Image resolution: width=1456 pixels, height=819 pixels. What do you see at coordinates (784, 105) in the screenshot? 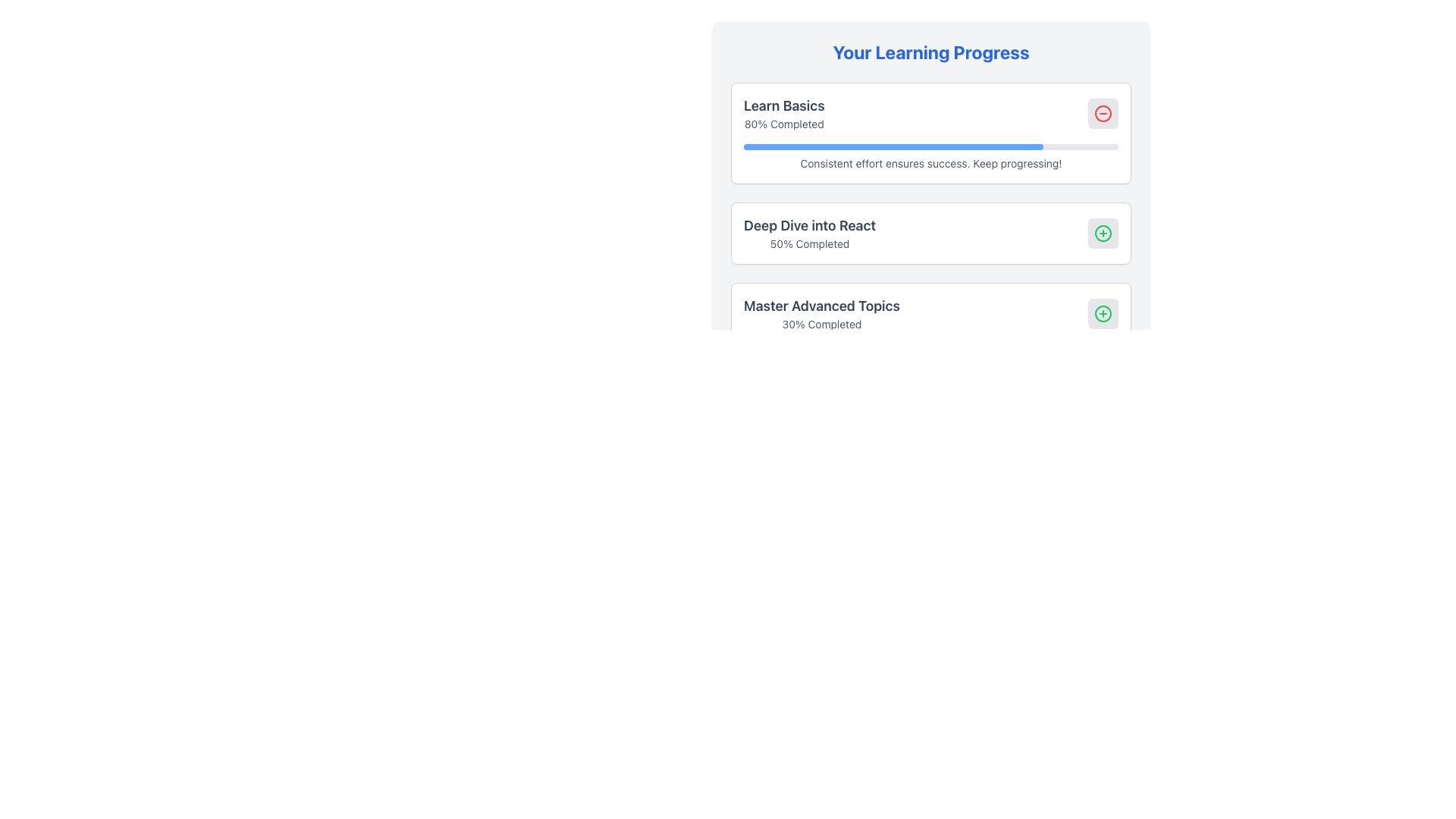
I see `text element titled 'Learn Basics', which serves as a heading for a learning module, located at the top of the progress section` at bounding box center [784, 105].